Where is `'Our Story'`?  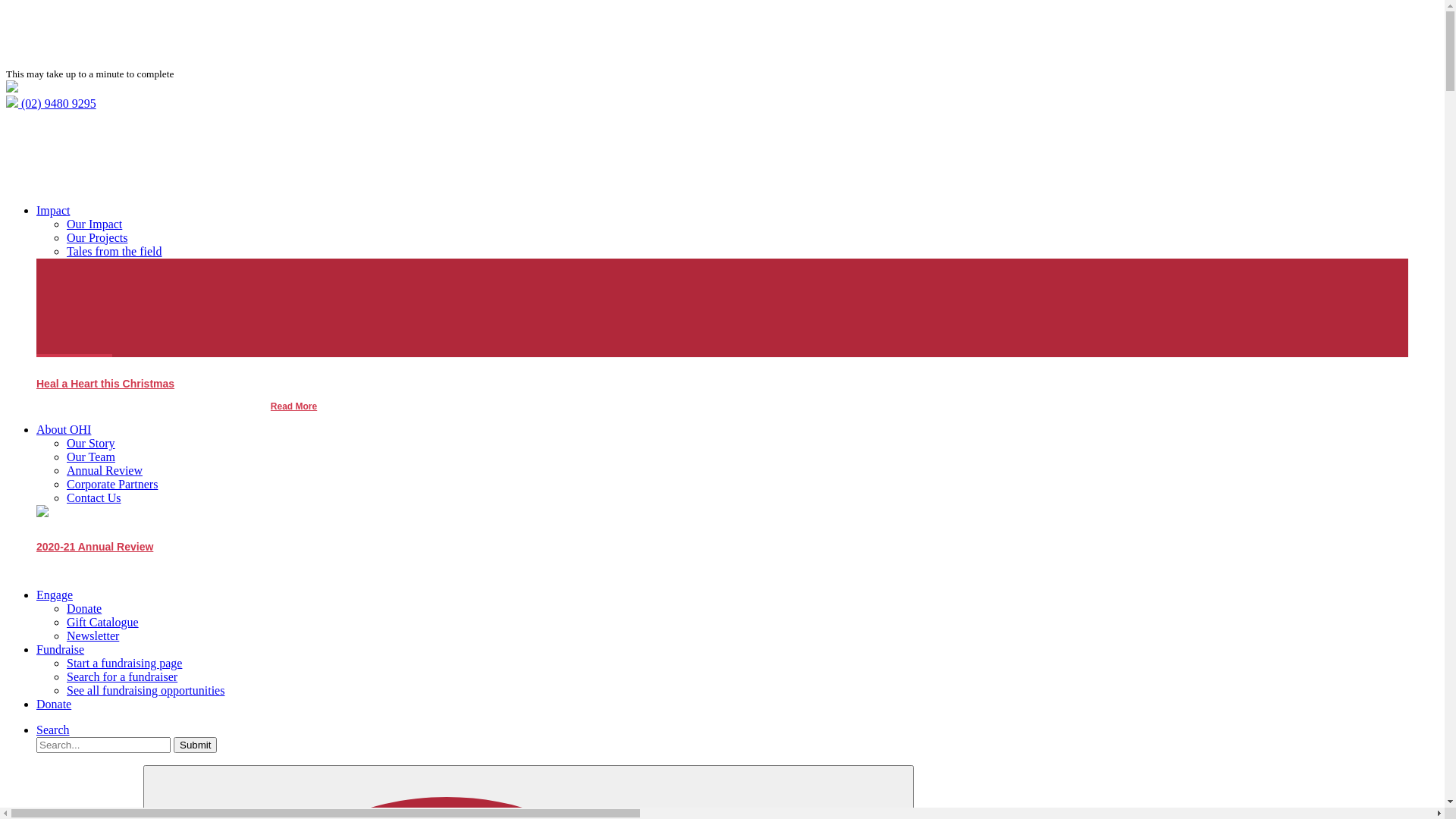 'Our Story' is located at coordinates (90, 443).